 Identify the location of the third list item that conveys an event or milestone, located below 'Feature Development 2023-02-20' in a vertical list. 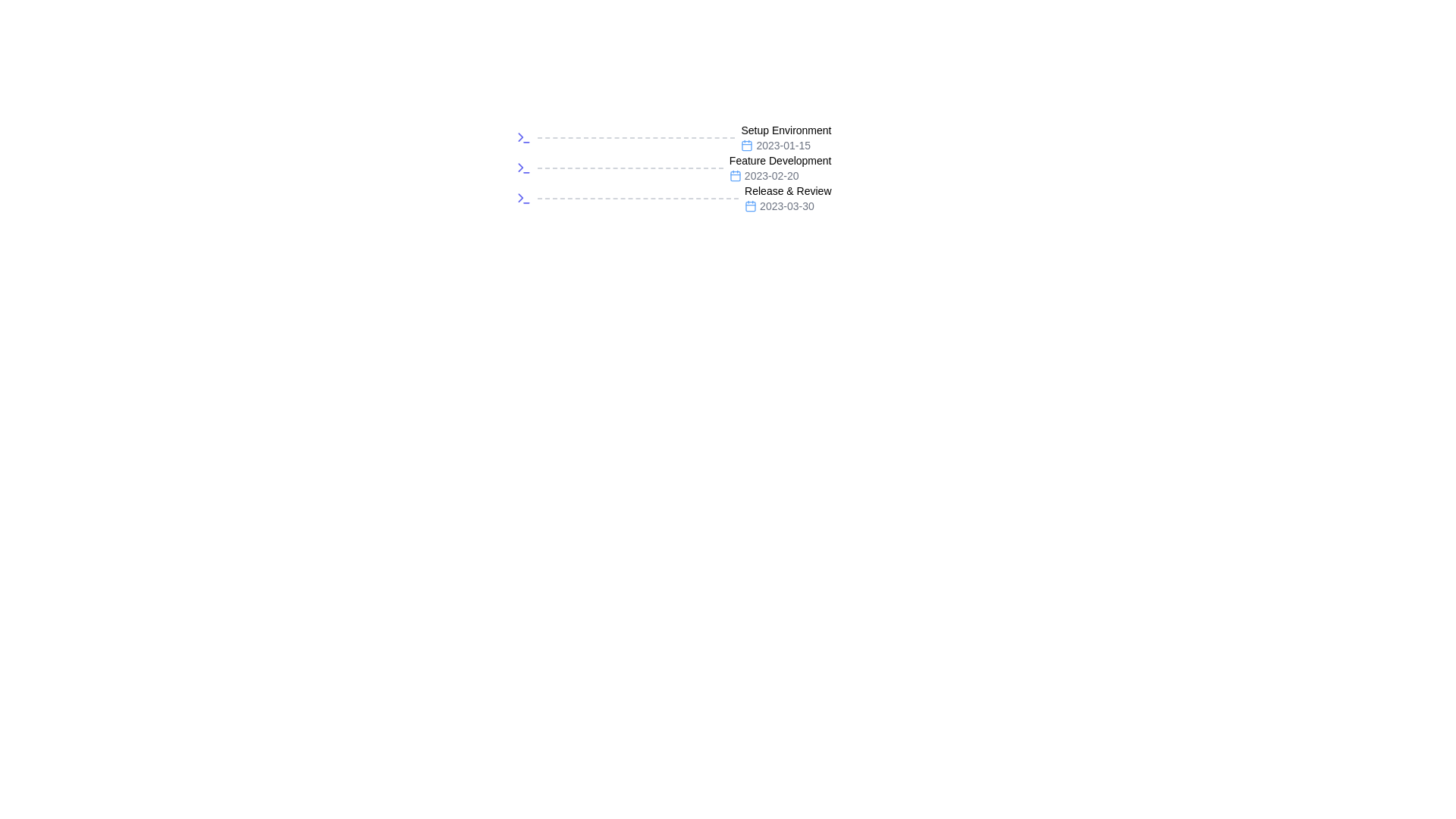
(673, 198).